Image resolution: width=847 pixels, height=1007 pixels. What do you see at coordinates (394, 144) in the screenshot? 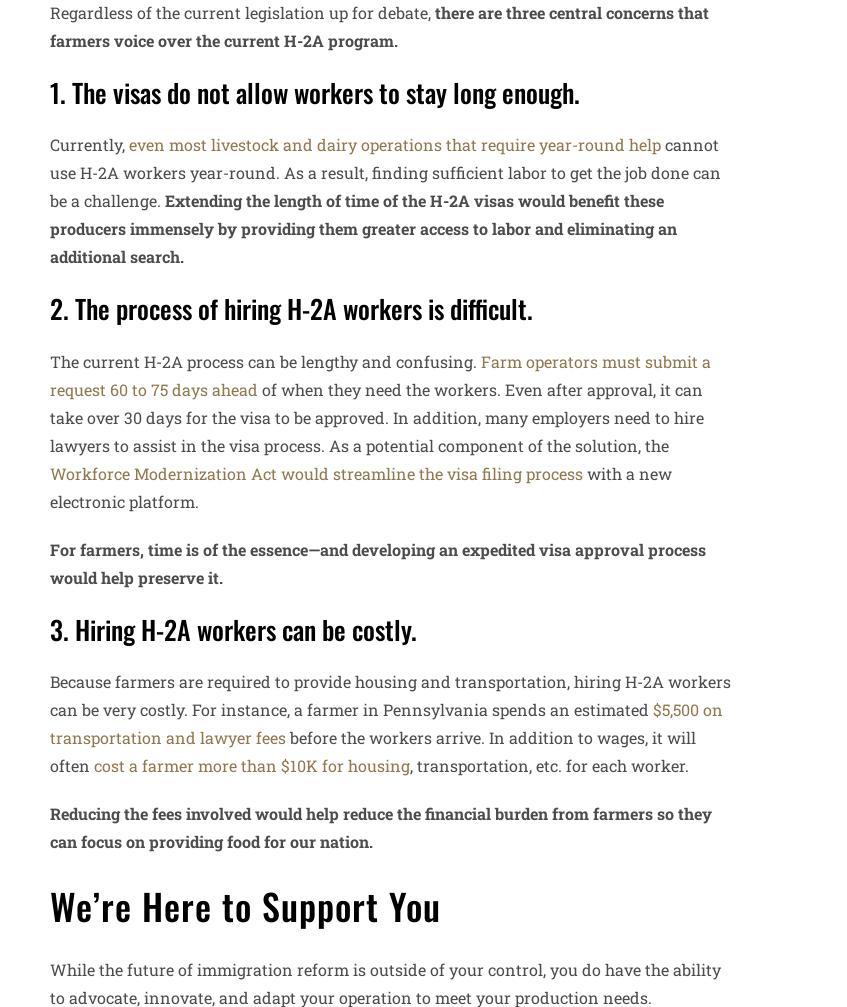
I see `'even most livestock and dairy operations that require year-round help'` at bounding box center [394, 144].